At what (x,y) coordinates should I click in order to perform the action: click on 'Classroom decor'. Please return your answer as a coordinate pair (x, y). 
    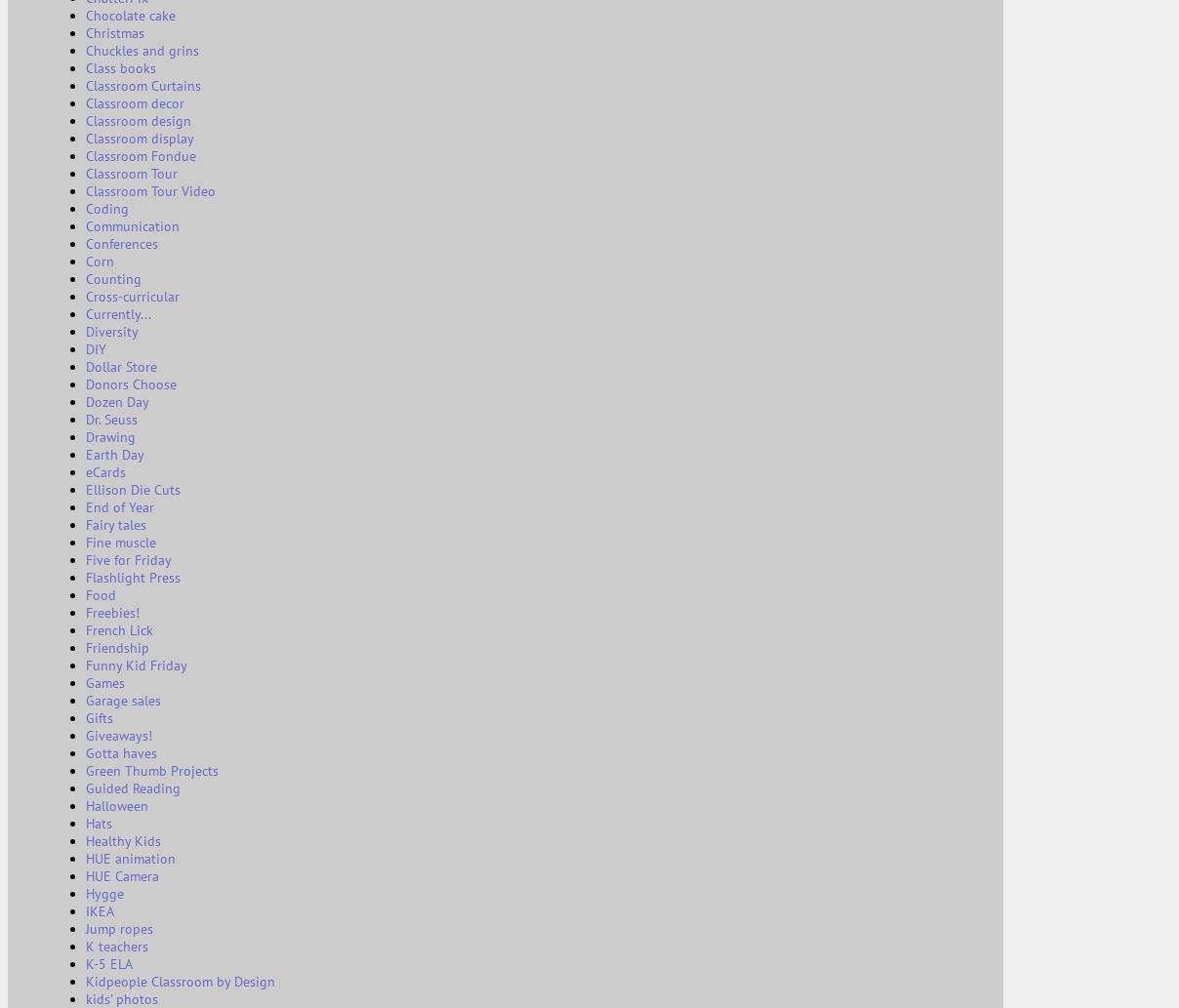
    Looking at the image, I should click on (134, 102).